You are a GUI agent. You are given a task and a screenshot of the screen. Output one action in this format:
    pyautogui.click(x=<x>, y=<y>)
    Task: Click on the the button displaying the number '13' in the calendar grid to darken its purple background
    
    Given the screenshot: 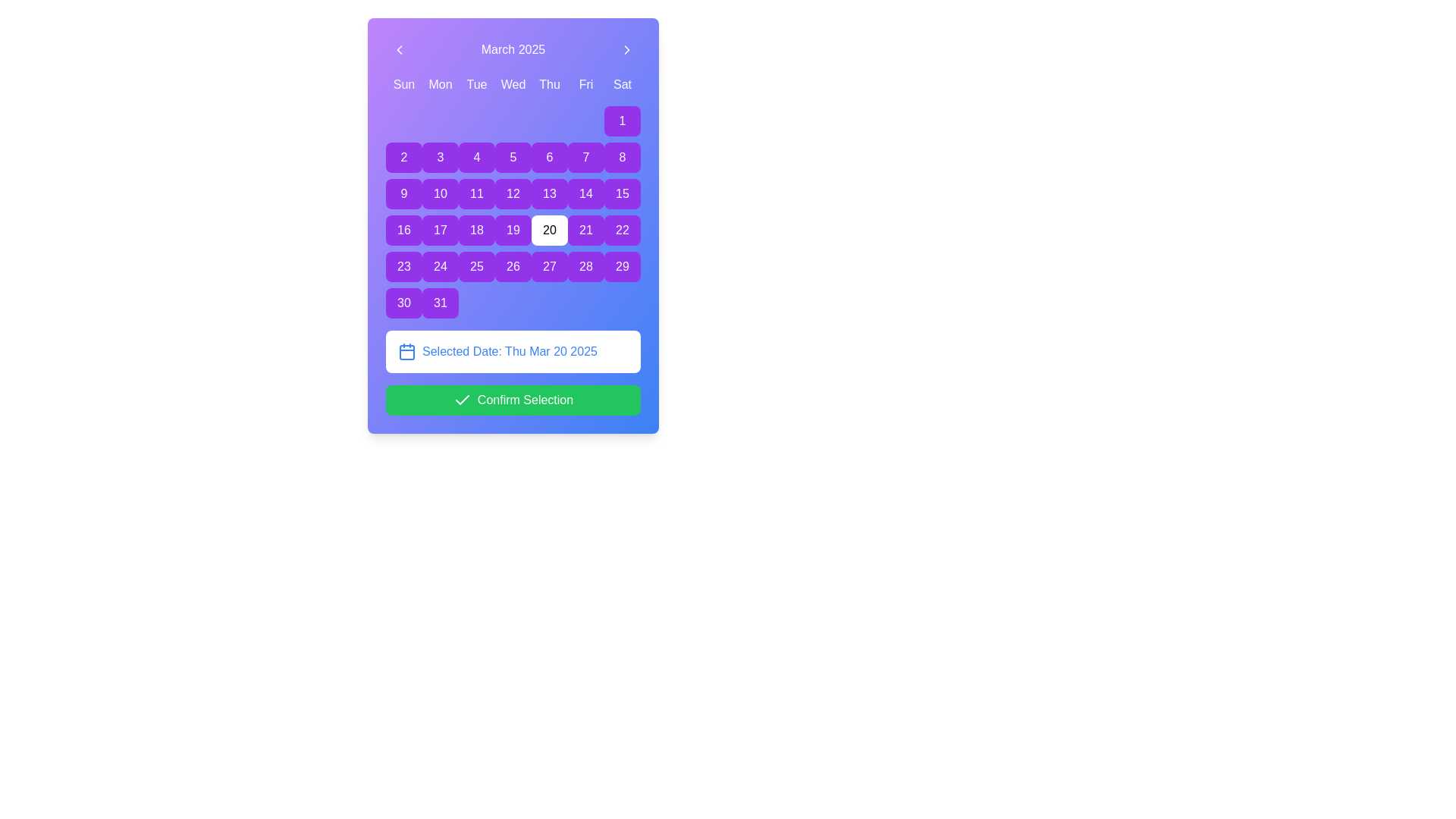 What is the action you would take?
    pyautogui.click(x=548, y=193)
    